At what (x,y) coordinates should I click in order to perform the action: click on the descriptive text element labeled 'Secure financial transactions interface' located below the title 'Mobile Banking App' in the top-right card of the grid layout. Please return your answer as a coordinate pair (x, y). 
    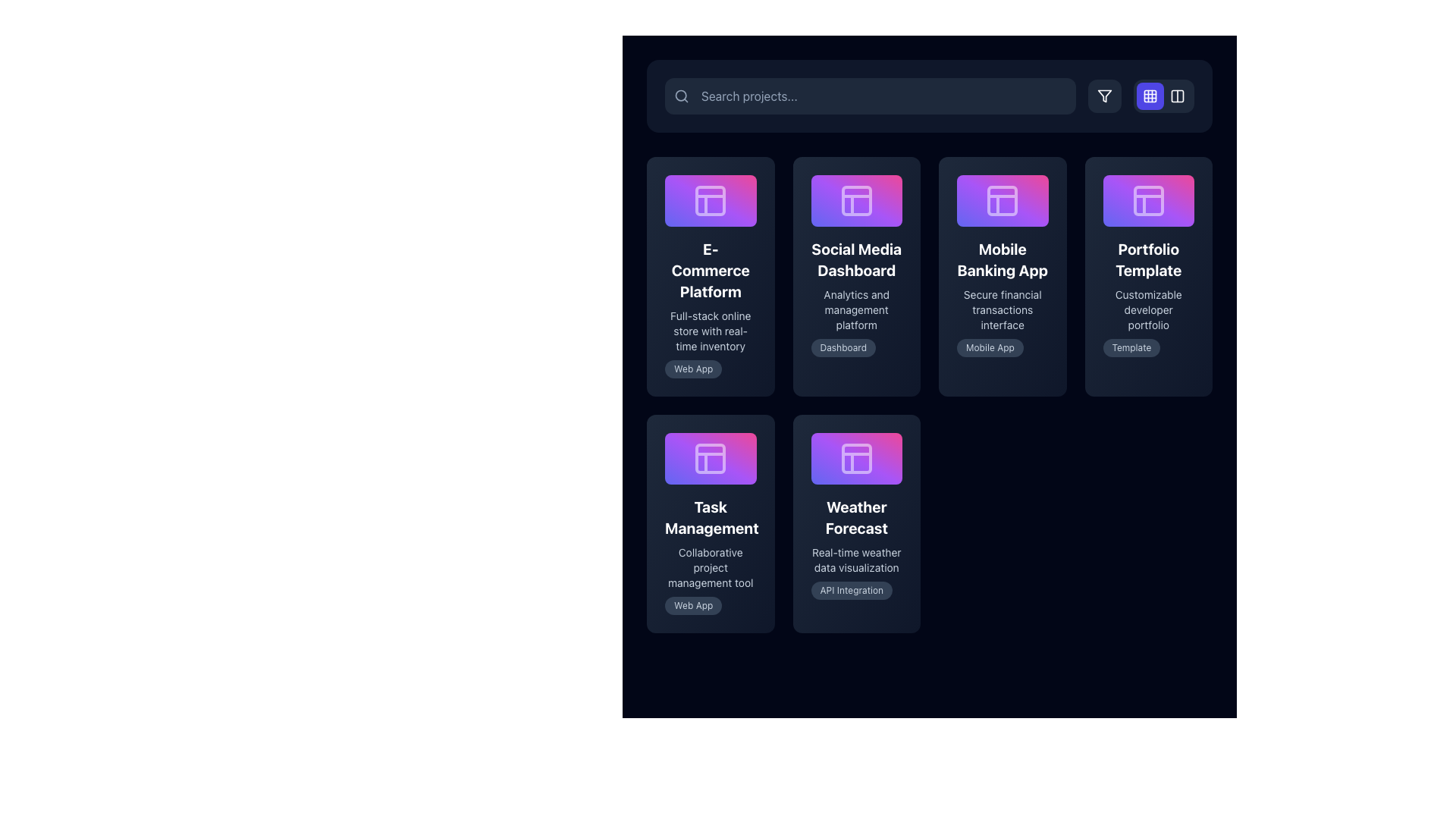
    Looking at the image, I should click on (1003, 309).